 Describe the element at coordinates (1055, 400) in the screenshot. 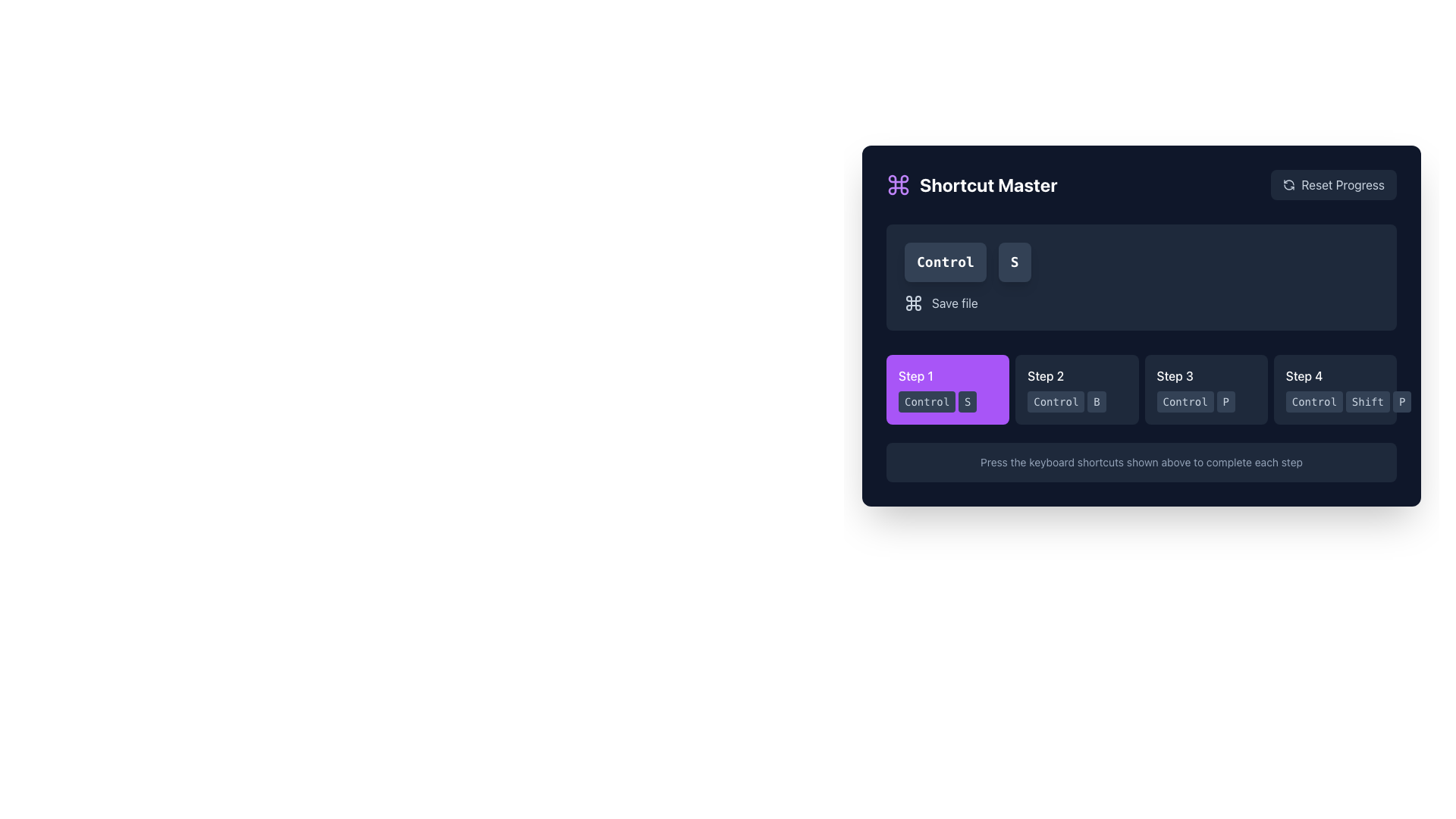

I see `the rectangular text label displaying the word 'Control' with a dark background and light text, located in the second step panel of the interface` at that location.